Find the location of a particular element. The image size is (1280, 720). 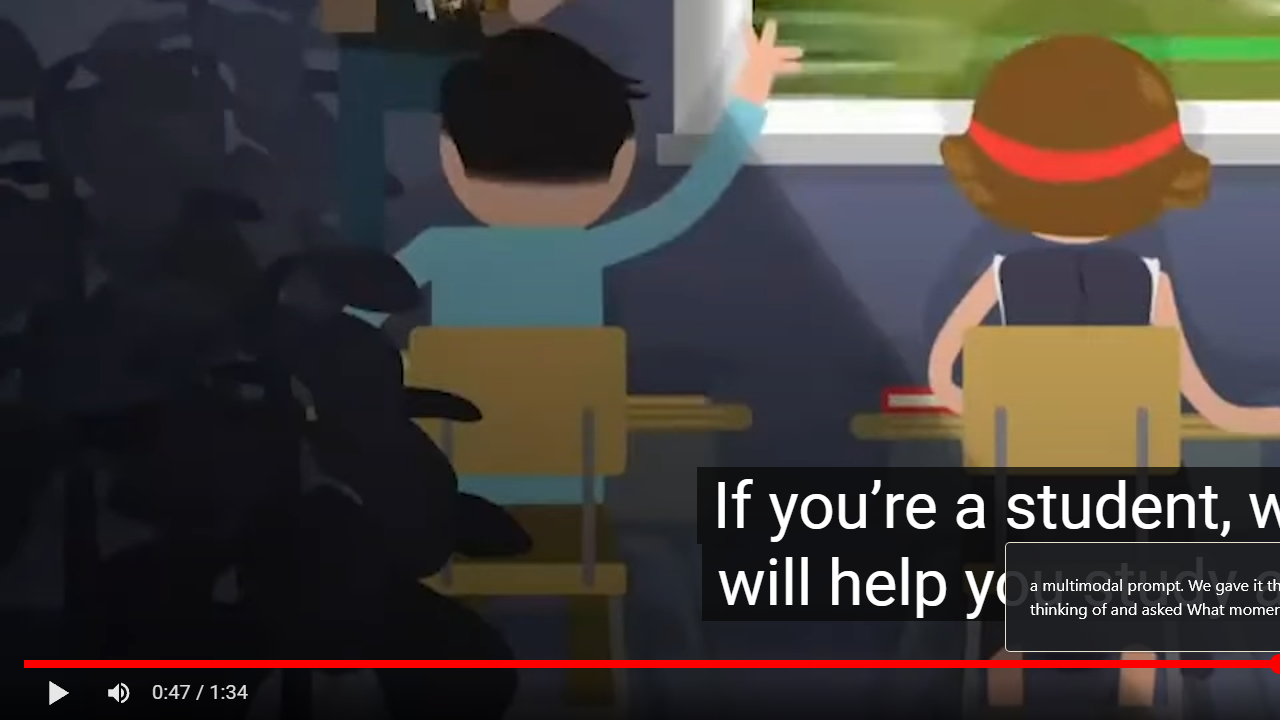

'Pause (k)' is located at coordinates (58, 692).